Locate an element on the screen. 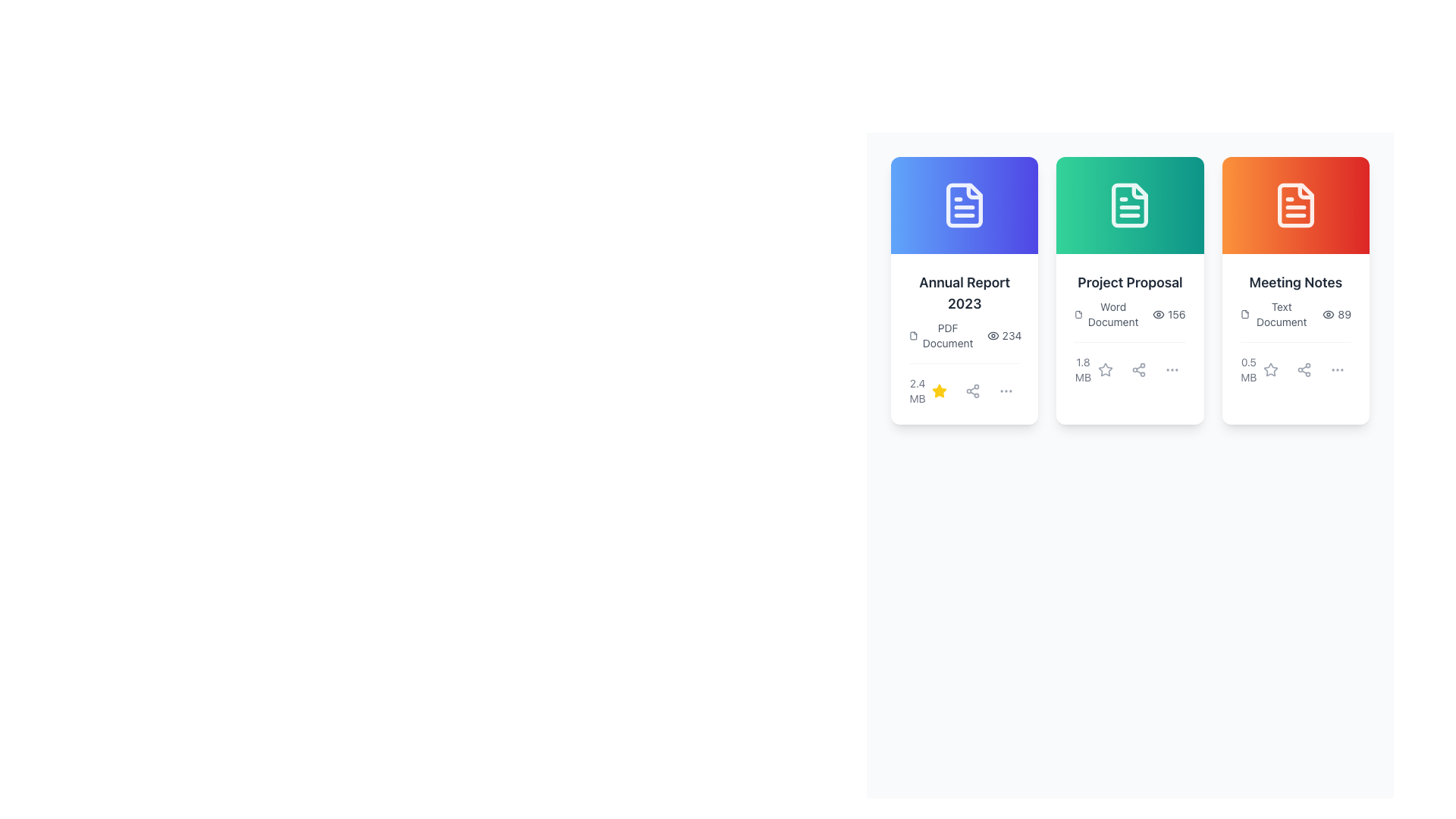 This screenshot has width=1456, height=819. the 'Meeting Notes' document icon, which is visually represented as a text document and located at the top-center of the third card in a horizontally aligned group is located at coordinates (1294, 205).